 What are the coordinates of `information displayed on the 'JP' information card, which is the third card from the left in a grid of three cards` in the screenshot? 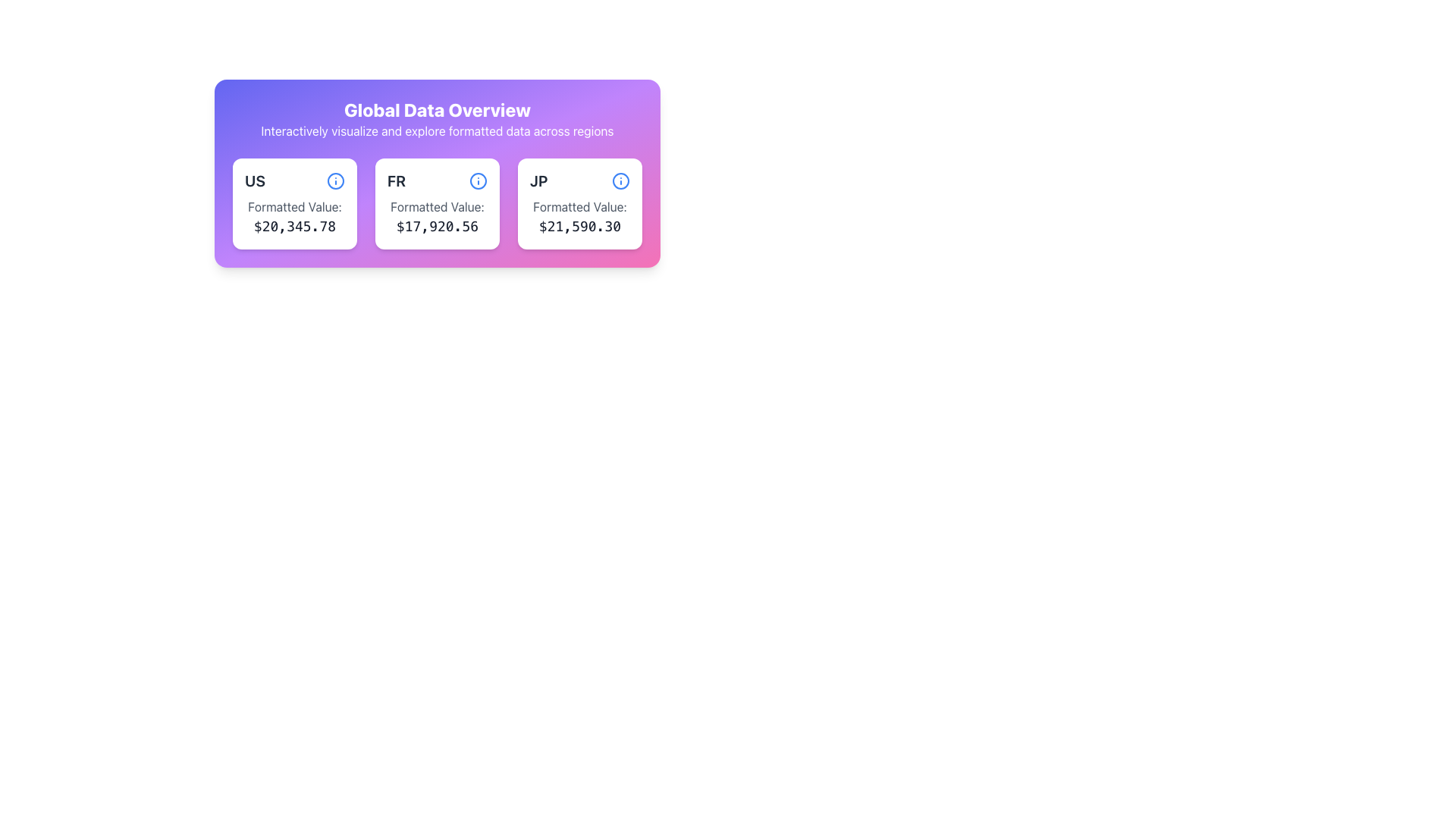 It's located at (579, 203).